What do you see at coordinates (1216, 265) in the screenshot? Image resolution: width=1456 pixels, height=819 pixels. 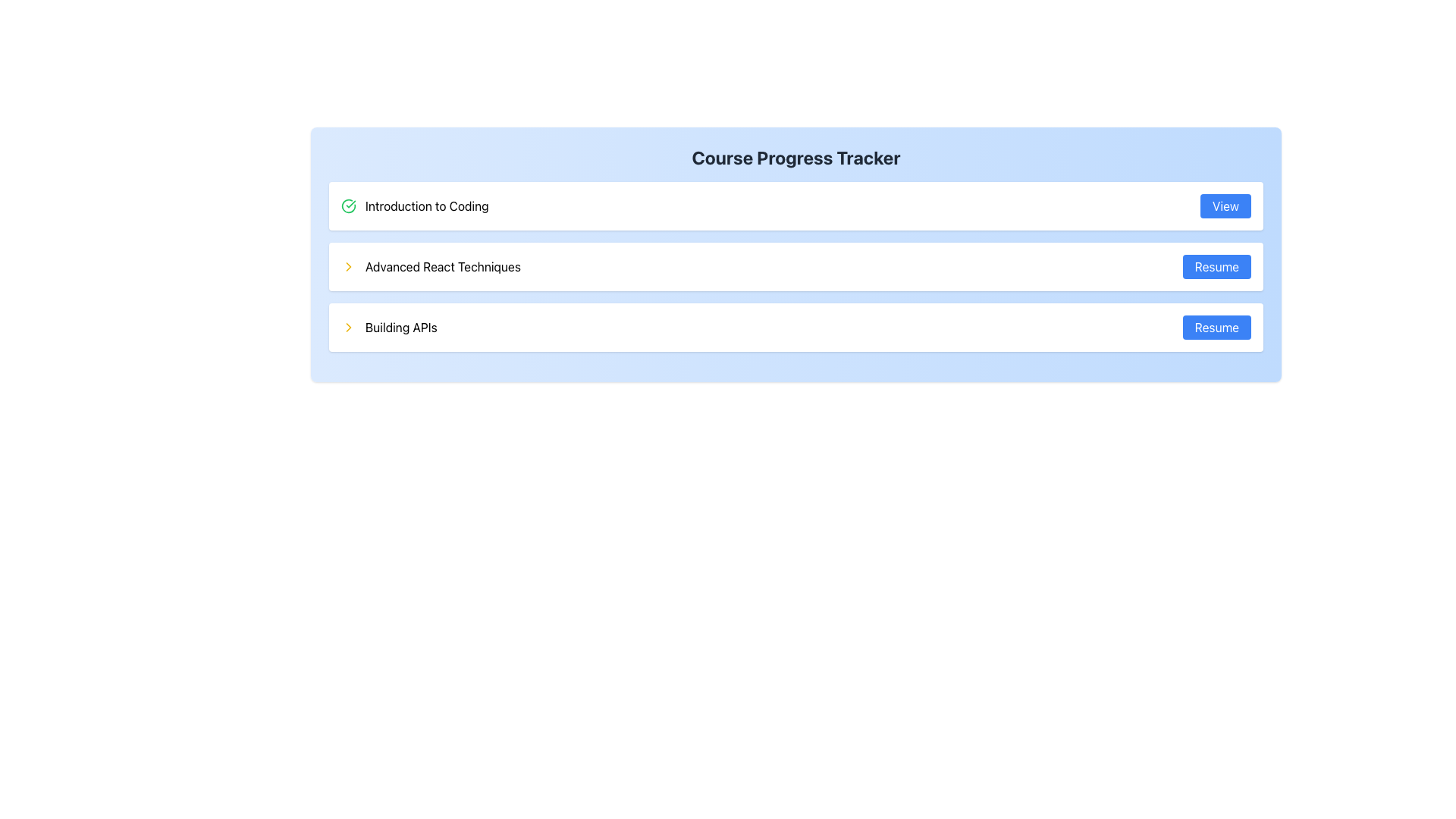 I see `the 'Resume' button located in the 'Advanced React Techniques' section` at bounding box center [1216, 265].